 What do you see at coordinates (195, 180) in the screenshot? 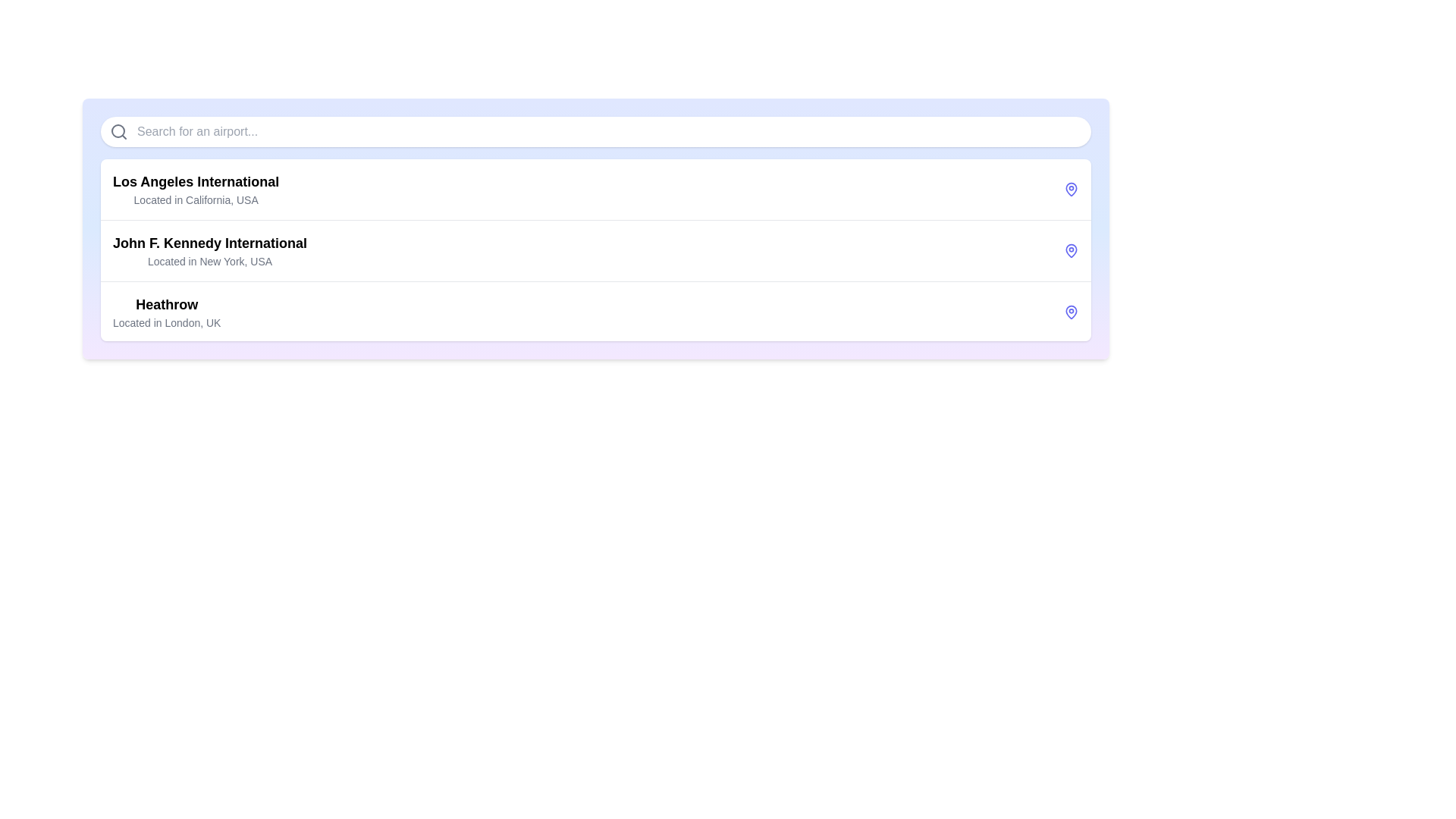
I see `text label identifying 'Los Angeles International' located at the top of the airport list, just above 'Located in California, USA.'` at bounding box center [195, 180].